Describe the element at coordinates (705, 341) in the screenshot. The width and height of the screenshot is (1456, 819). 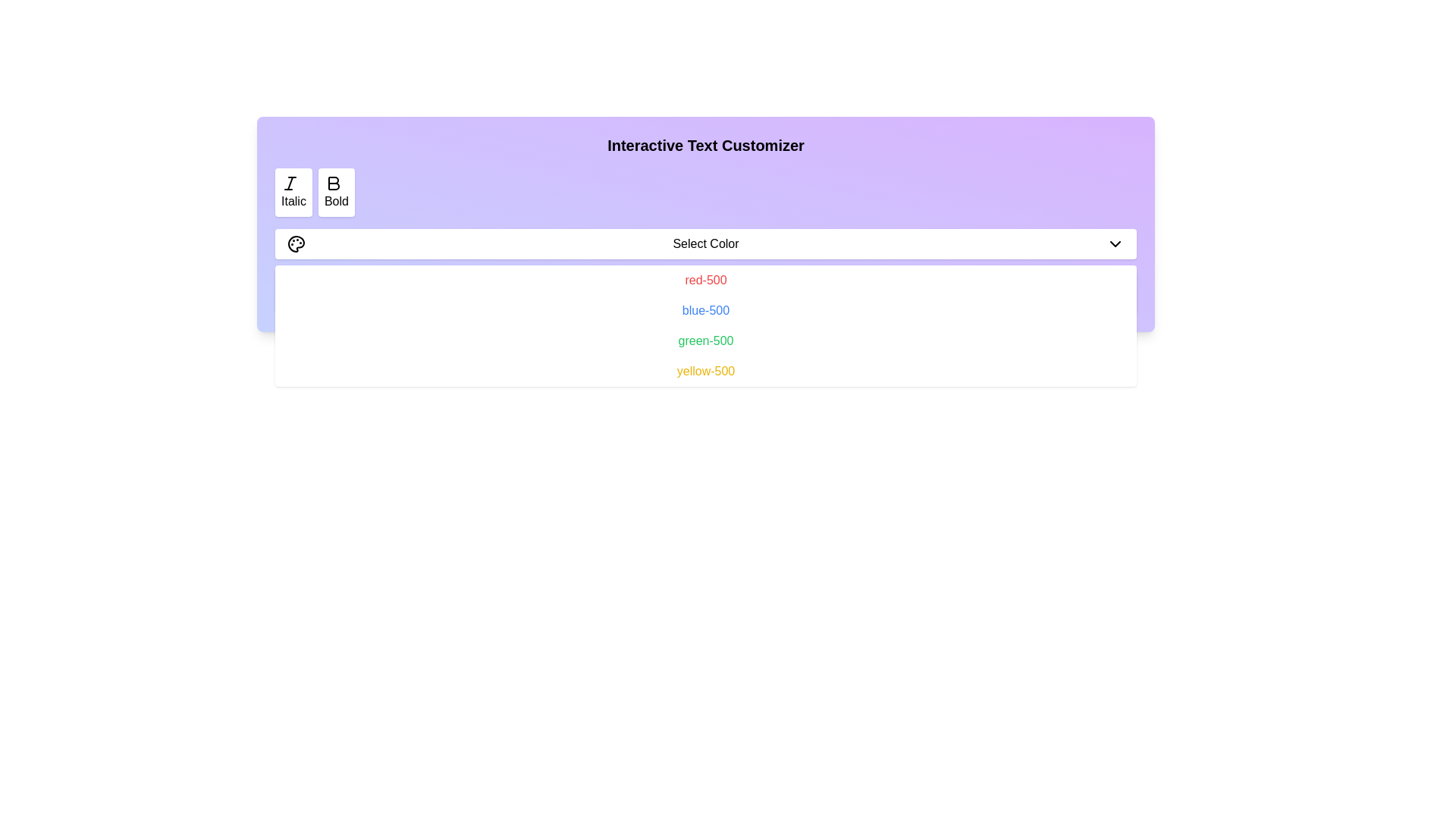
I see `the list item displaying the text 'green-500'` at that location.